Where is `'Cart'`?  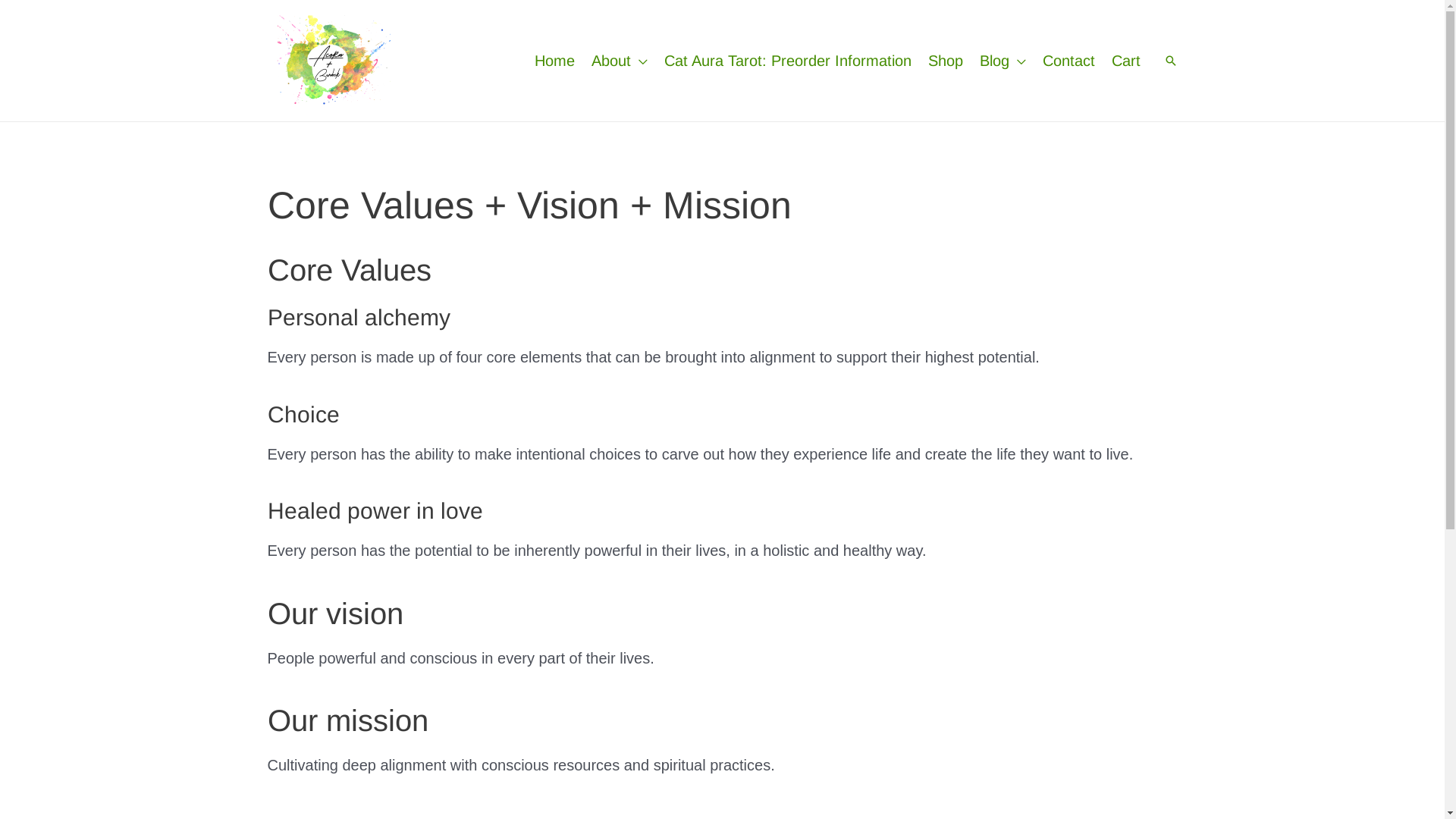 'Cart' is located at coordinates (1103, 60).